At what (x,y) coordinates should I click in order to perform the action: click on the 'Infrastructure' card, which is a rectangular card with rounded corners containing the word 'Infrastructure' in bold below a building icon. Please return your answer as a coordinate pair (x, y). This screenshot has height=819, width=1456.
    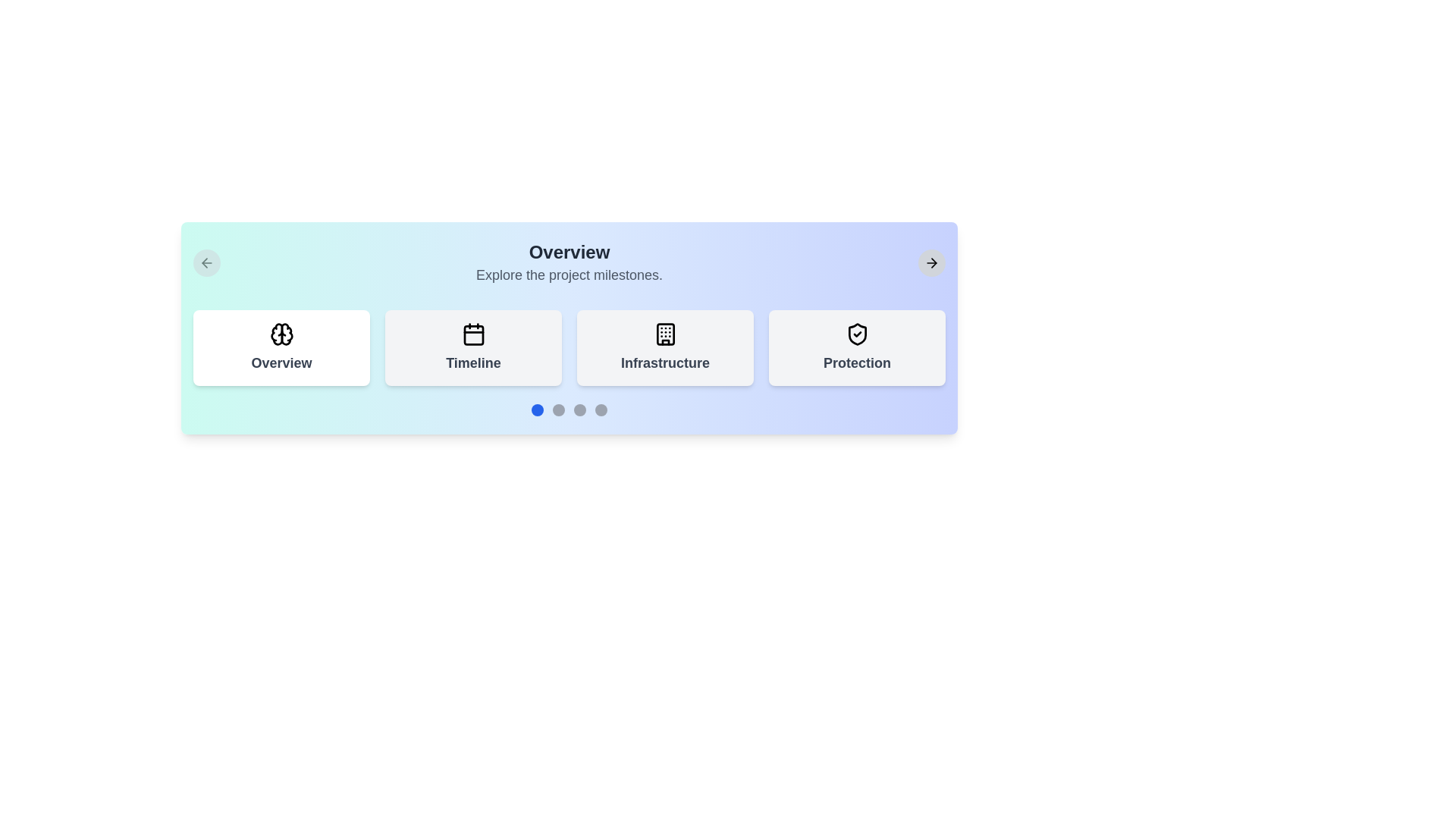
    Looking at the image, I should click on (665, 348).